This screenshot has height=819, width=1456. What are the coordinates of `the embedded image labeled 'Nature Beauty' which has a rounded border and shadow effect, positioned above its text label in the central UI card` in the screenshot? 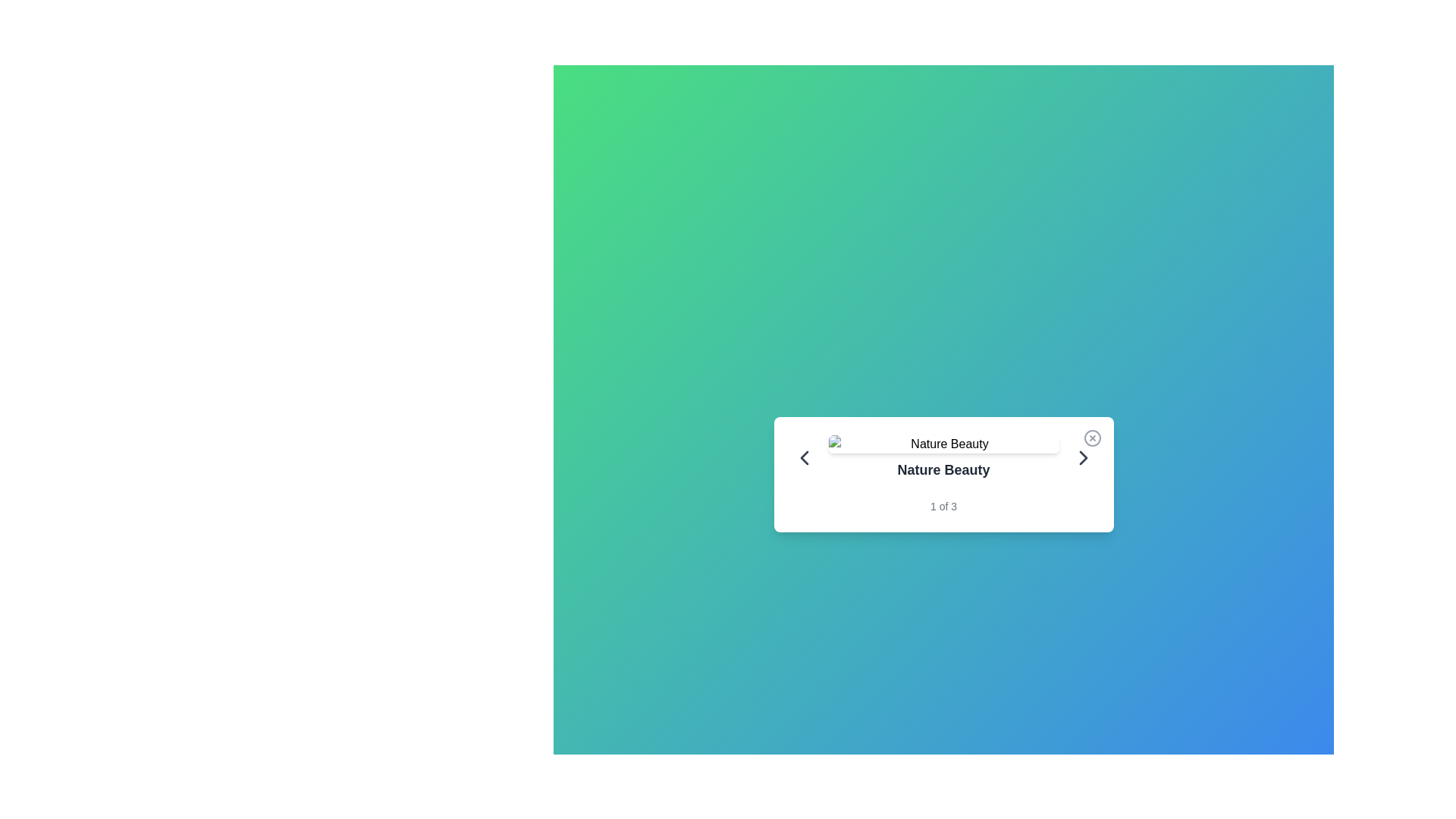 It's located at (943, 444).